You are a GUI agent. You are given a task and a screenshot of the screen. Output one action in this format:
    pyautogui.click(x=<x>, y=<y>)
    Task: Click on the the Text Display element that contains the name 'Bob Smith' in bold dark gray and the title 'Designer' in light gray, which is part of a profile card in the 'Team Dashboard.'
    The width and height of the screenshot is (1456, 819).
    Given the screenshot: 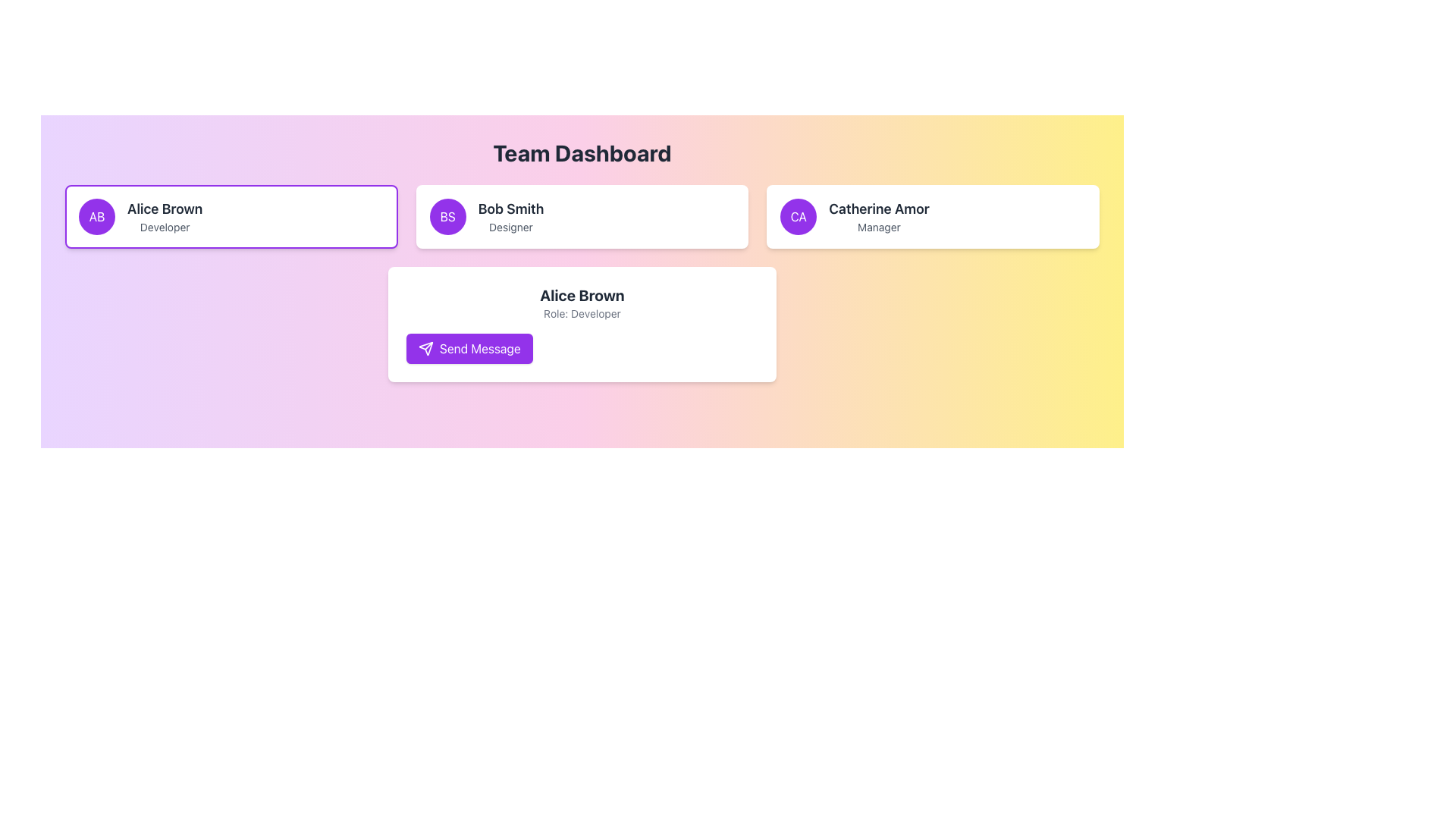 What is the action you would take?
    pyautogui.click(x=510, y=216)
    